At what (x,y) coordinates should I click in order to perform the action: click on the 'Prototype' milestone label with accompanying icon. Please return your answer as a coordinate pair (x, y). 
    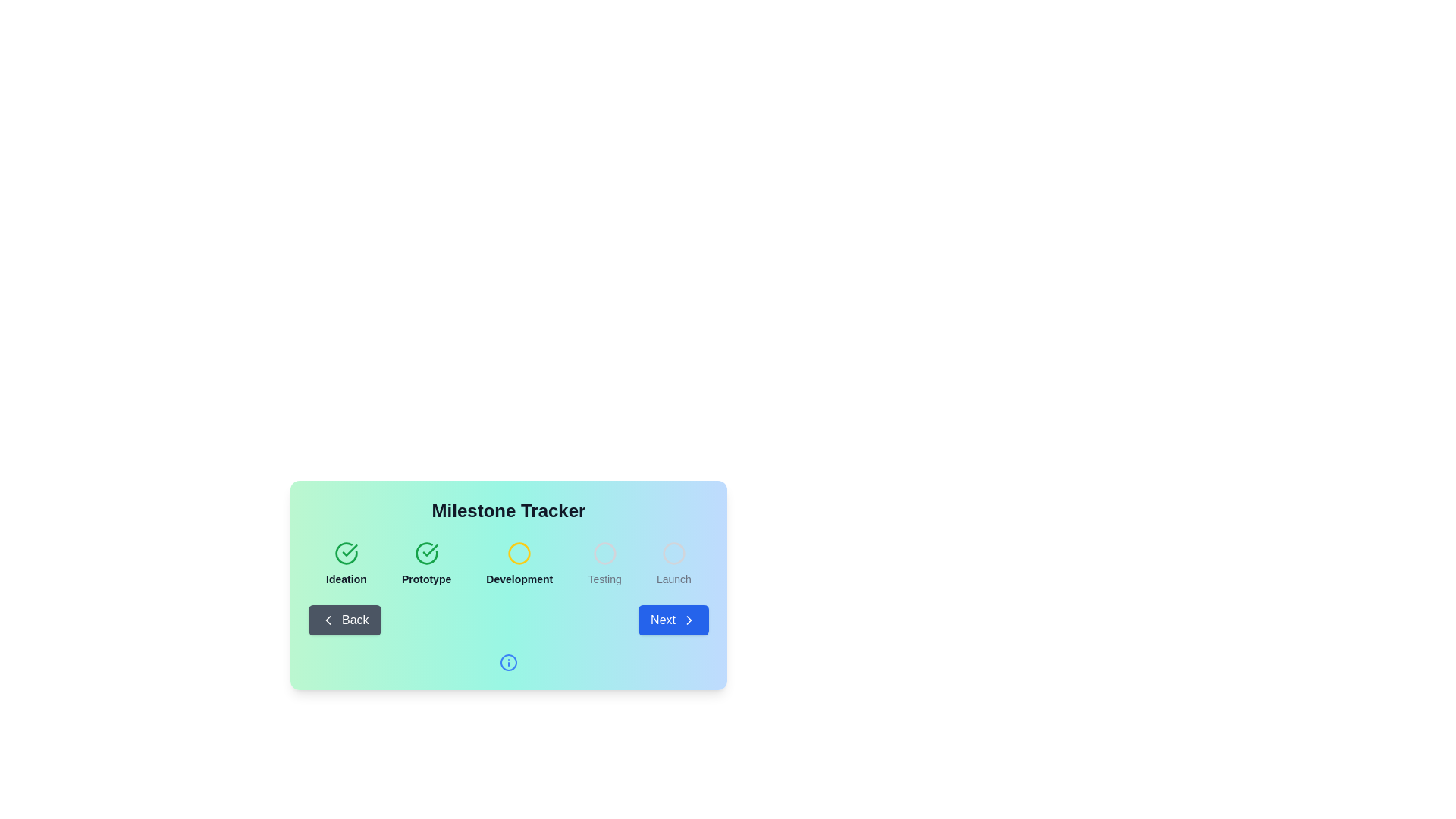
    Looking at the image, I should click on (425, 564).